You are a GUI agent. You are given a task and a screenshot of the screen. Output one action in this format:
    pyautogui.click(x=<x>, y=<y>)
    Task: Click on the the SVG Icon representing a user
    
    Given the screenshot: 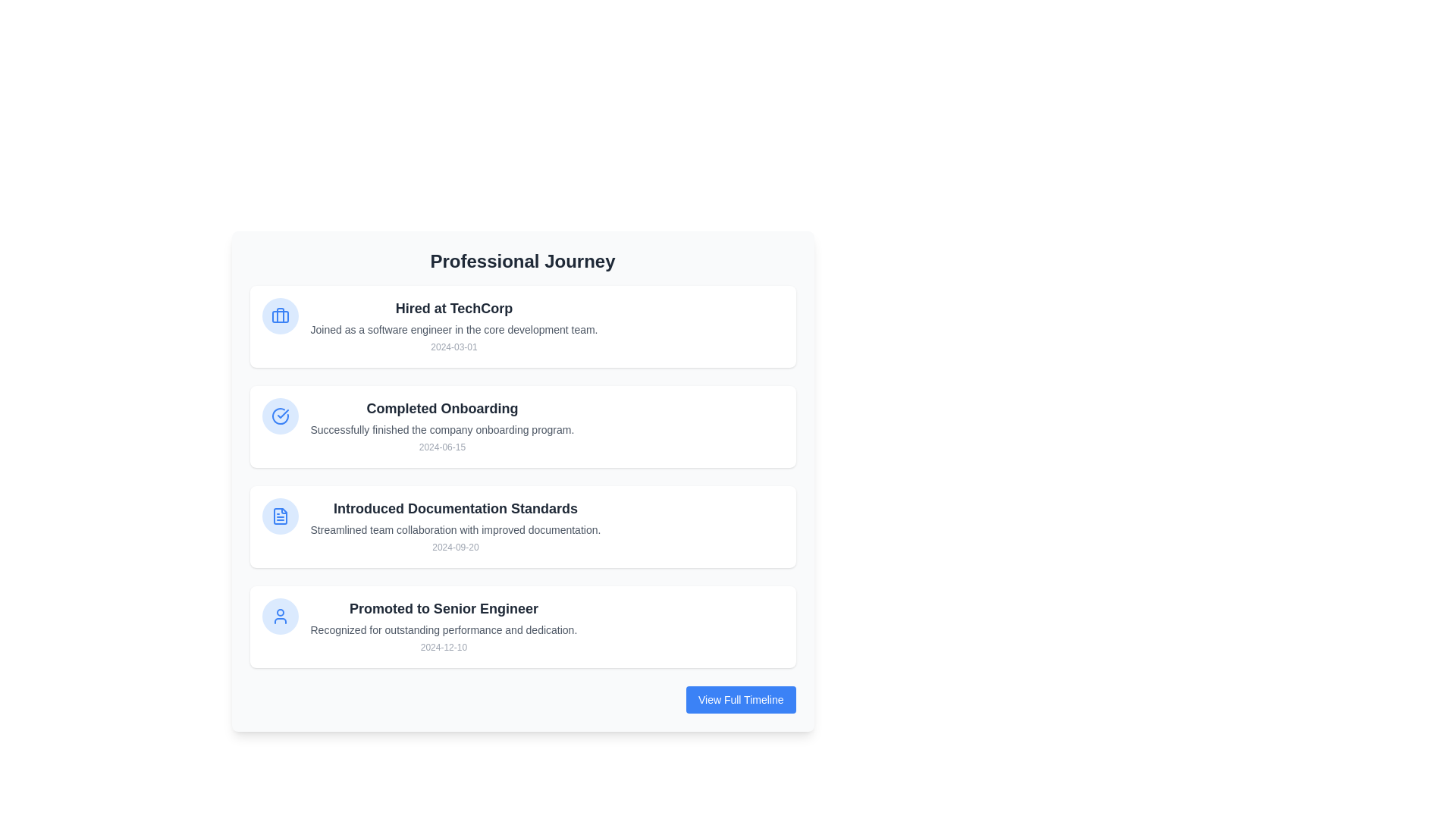 What is the action you would take?
    pyautogui.click(x=280, y=617)
    